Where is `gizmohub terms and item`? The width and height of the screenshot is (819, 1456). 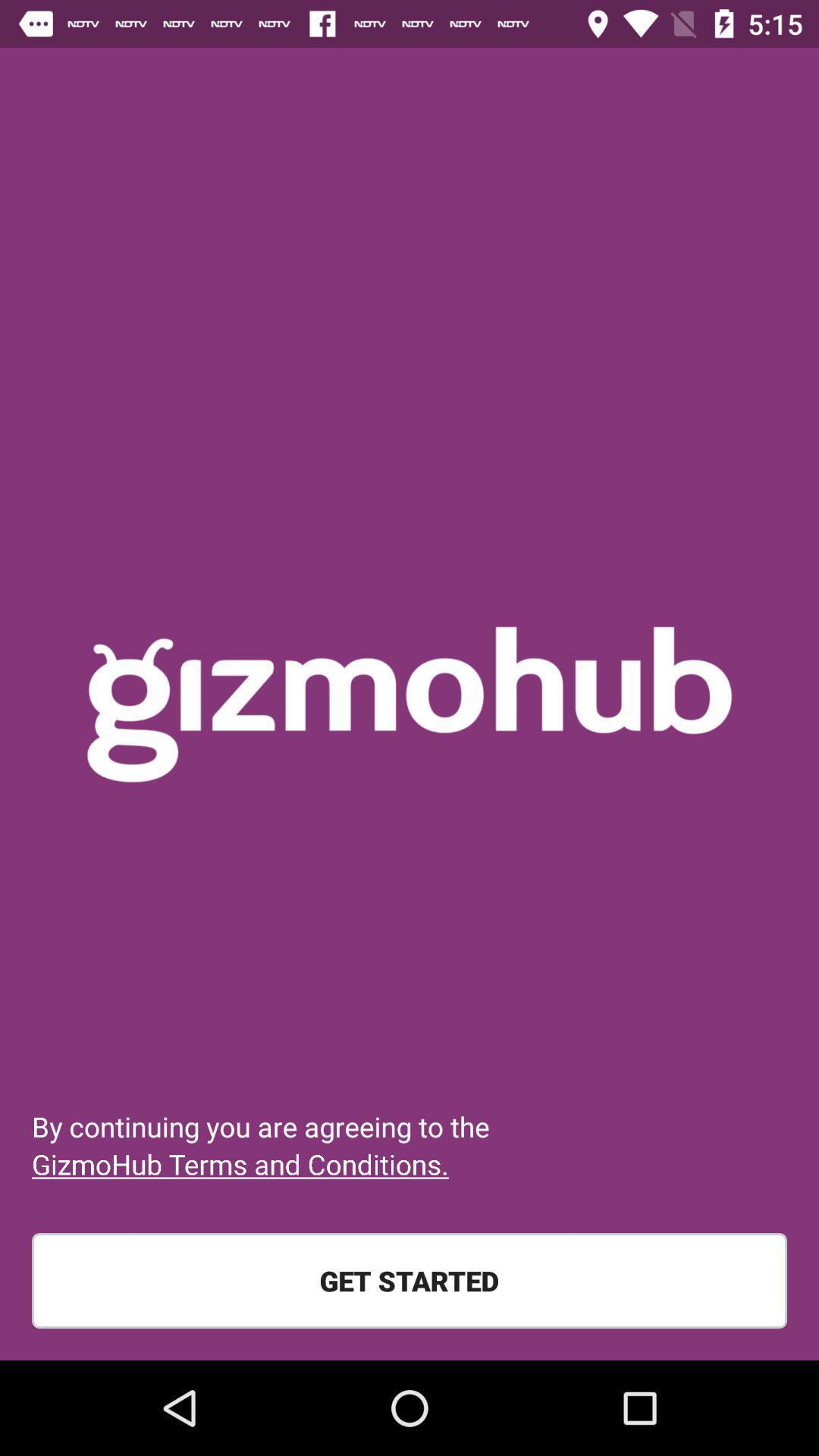
gizmohub terms and item is located at coordinates (239, 1163).